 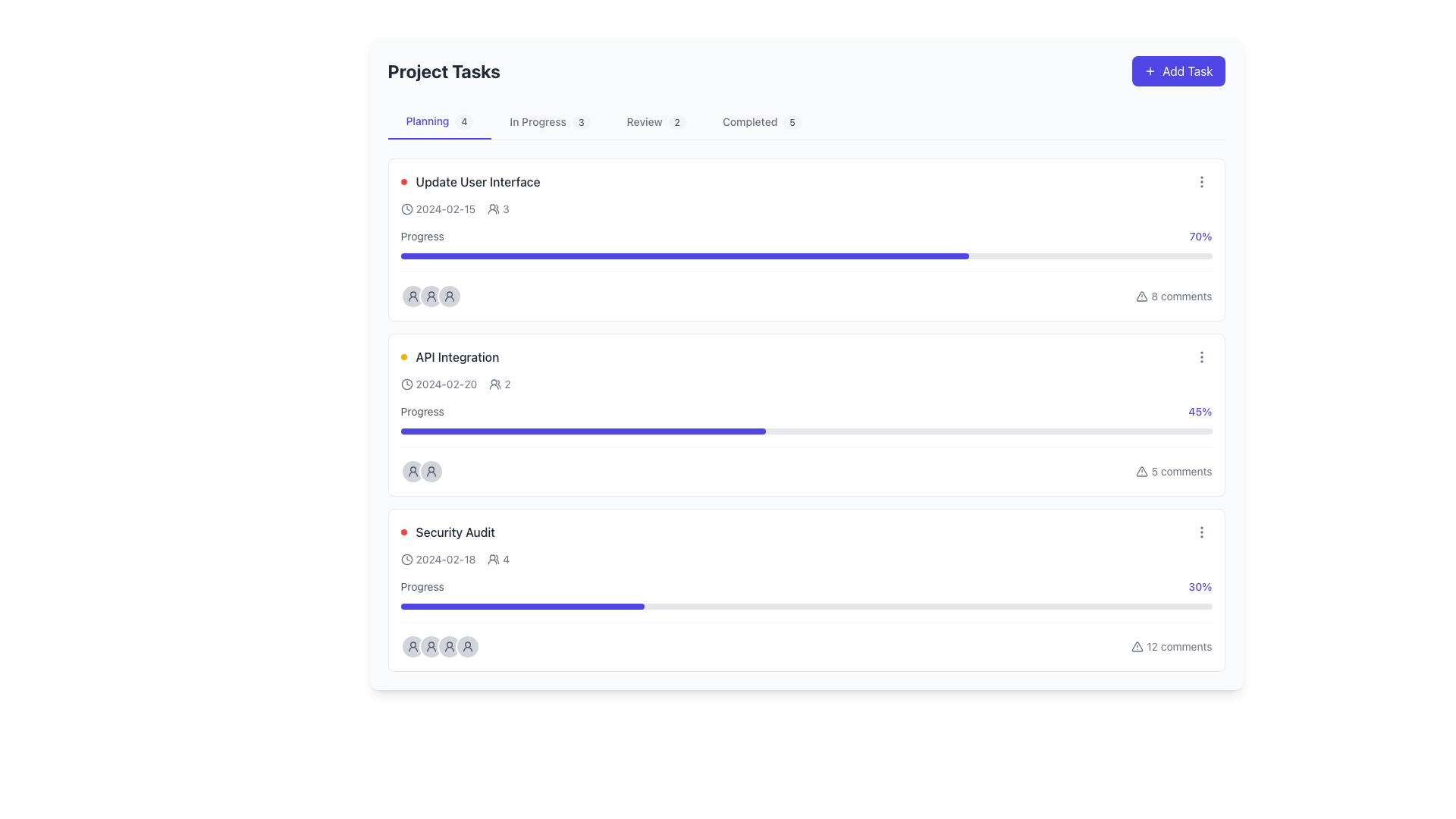 What do you see at coordinates (1142, 470) in the screenshot?
I see `the triangle-shaped warning icon with an exclamation mark, located to the left of the '5 comments' text under the 'API Integration' task section, to get details about the warning` at bounding box center [1142, 470].